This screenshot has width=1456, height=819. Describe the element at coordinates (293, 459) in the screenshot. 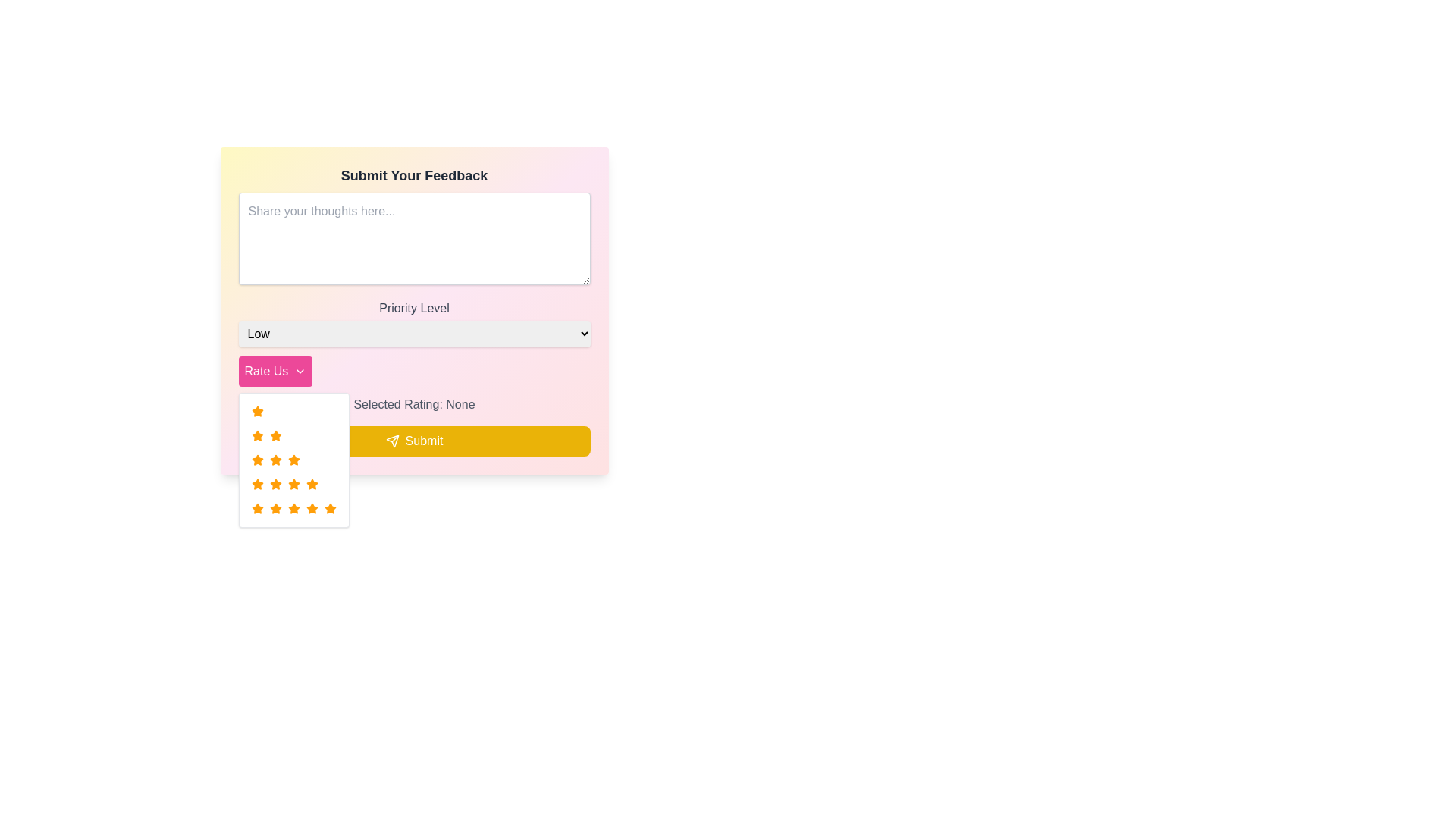

I see `the first star icon in the fifth row of the rating grid in the 'Rate Us' dropdown modal` at that location.